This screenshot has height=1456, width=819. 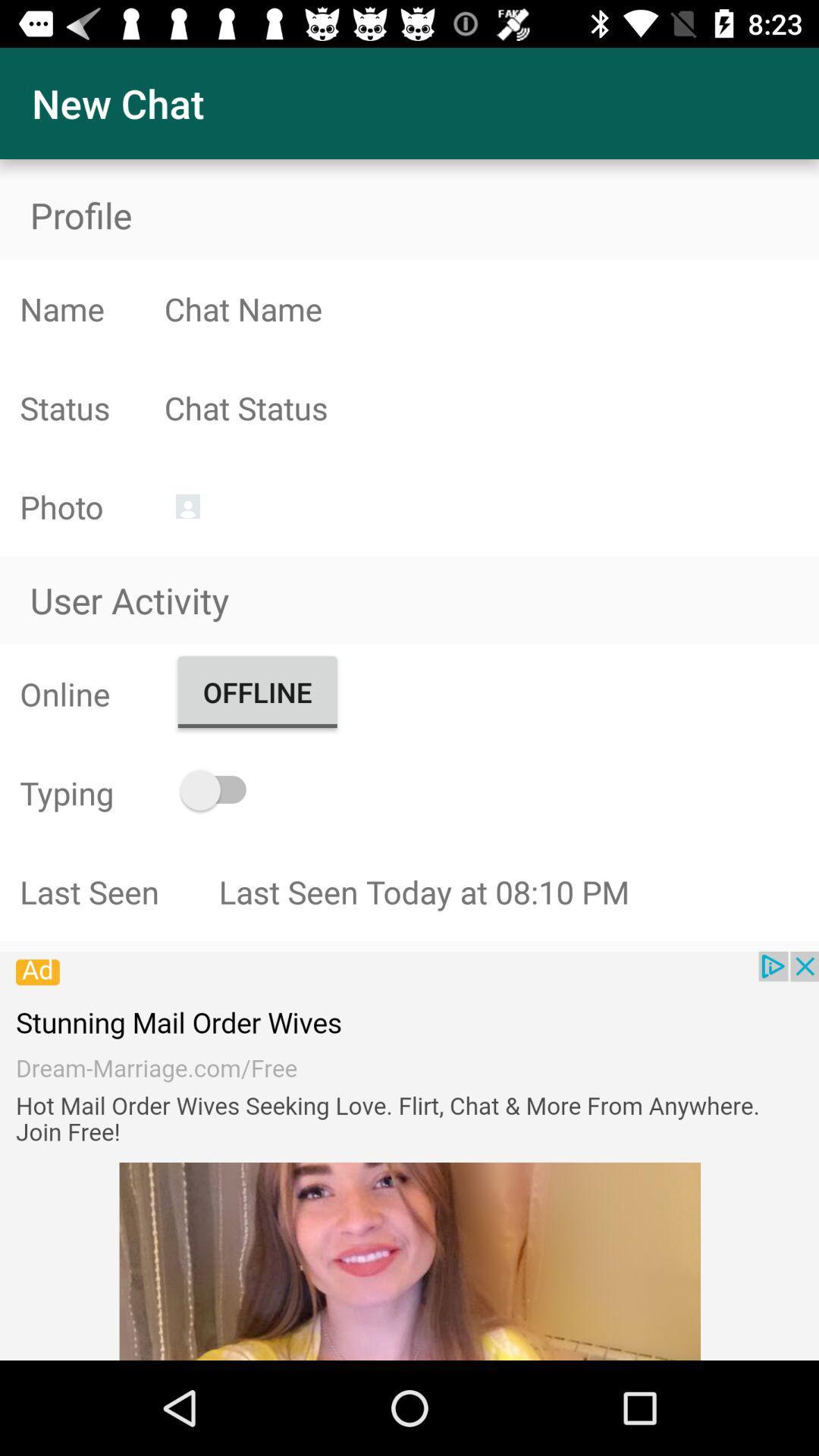 What do you see at coordinates (409, 1155) in the screenshot?
I see `vidoes` at bounding box center [409, 1155].